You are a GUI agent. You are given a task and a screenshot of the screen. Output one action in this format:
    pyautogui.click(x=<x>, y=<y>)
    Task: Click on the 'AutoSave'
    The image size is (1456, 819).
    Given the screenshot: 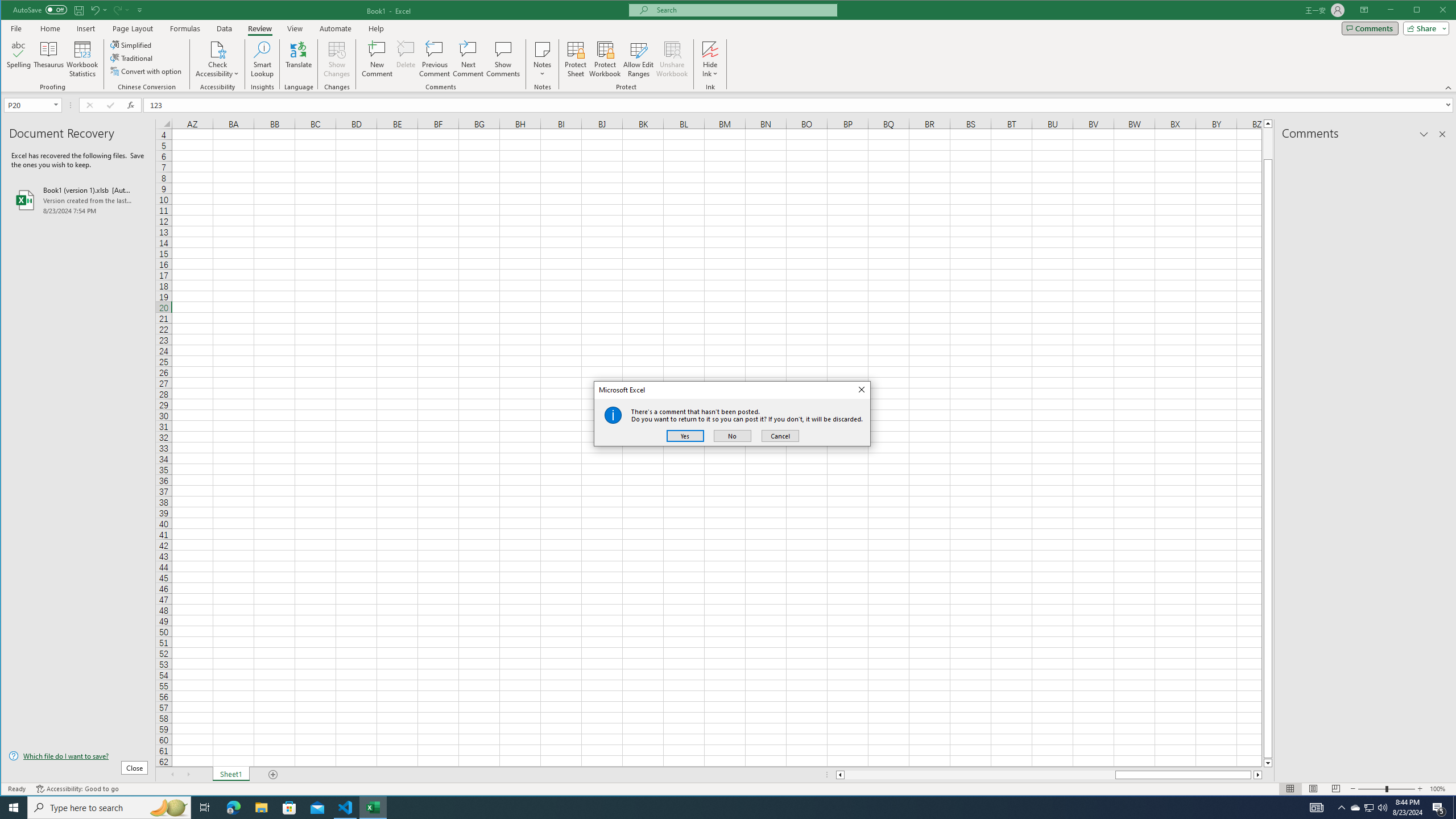 What is the action you would take?
    pyautogui.click(x=39, y=9)
    